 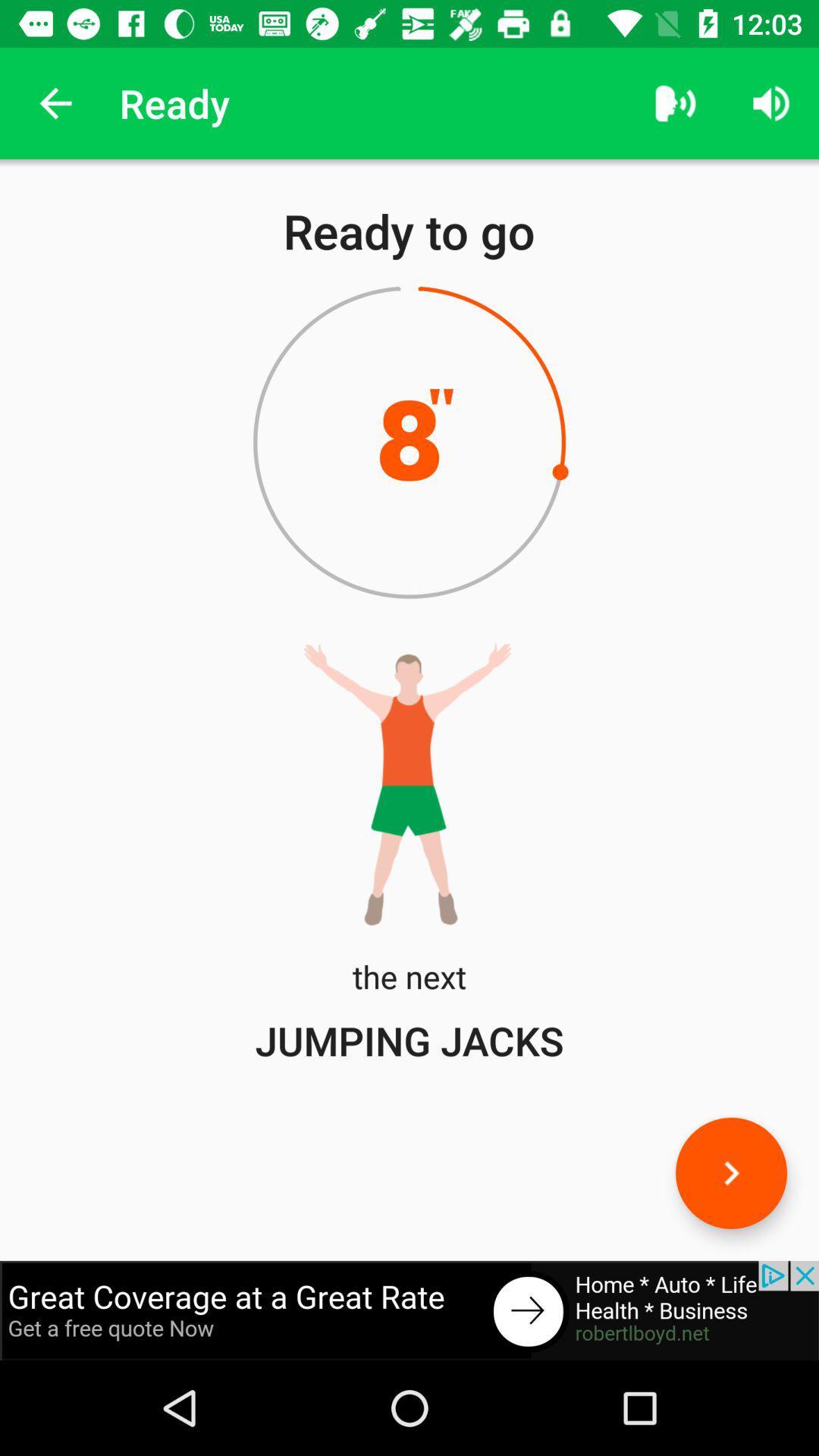 I want to click on the arrow_forward icon, so click(x=730, y=1172).